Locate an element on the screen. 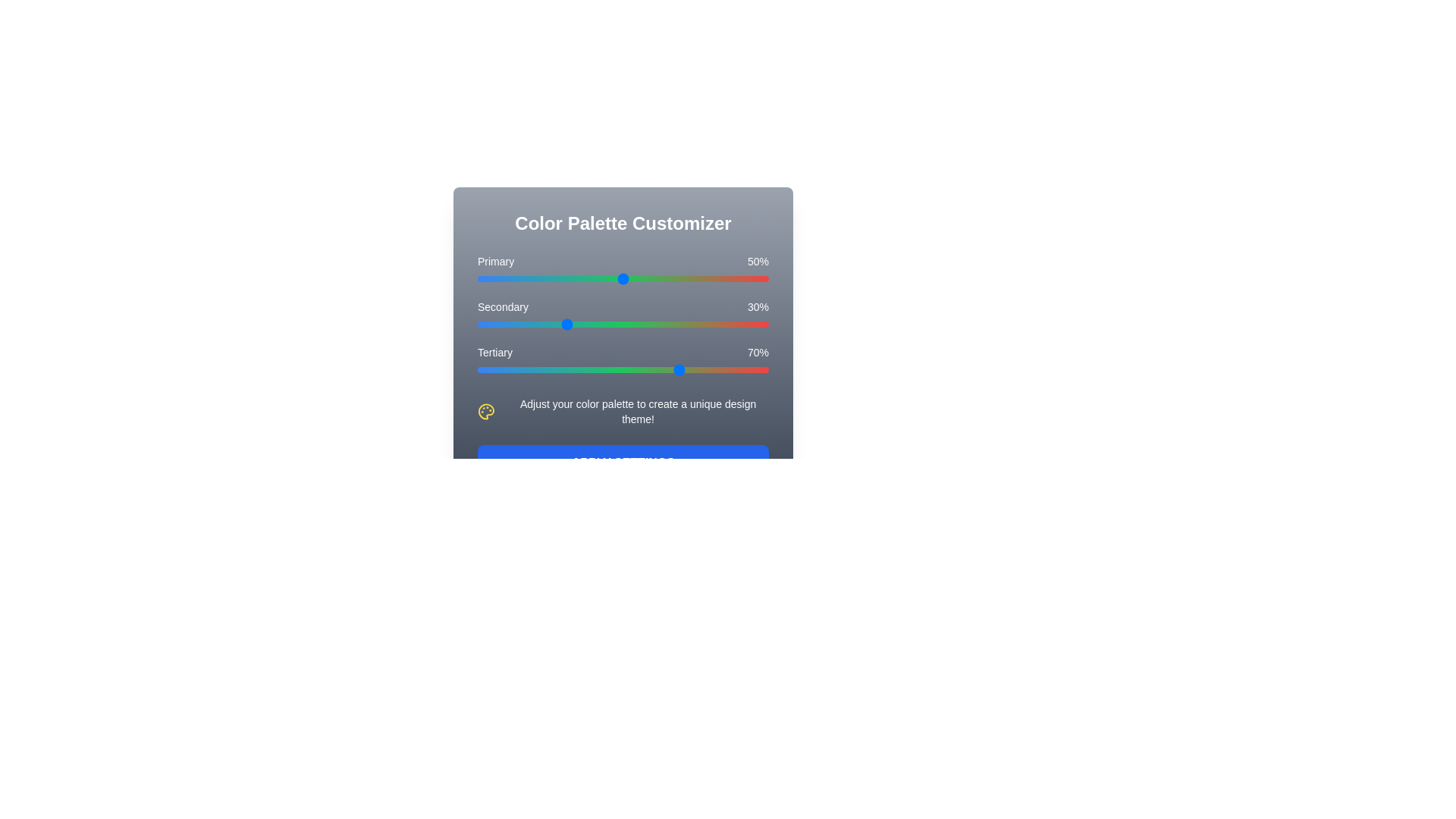 The width and height of the screenshot is (1456, 819). the primary color intensity is located at coordinates (623, 278).